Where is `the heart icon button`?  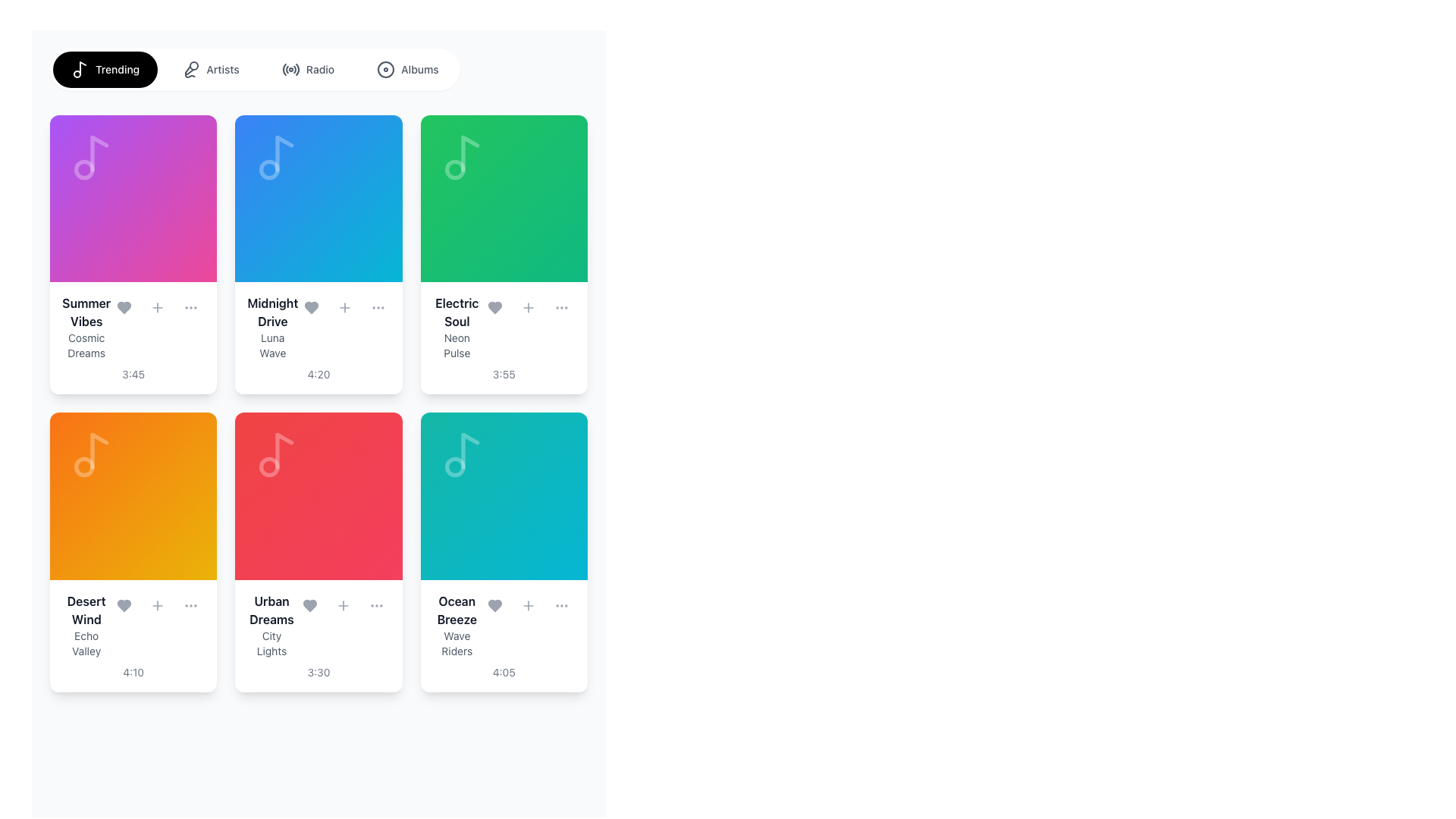
the heart icon button is located at coordinates (311, 307).